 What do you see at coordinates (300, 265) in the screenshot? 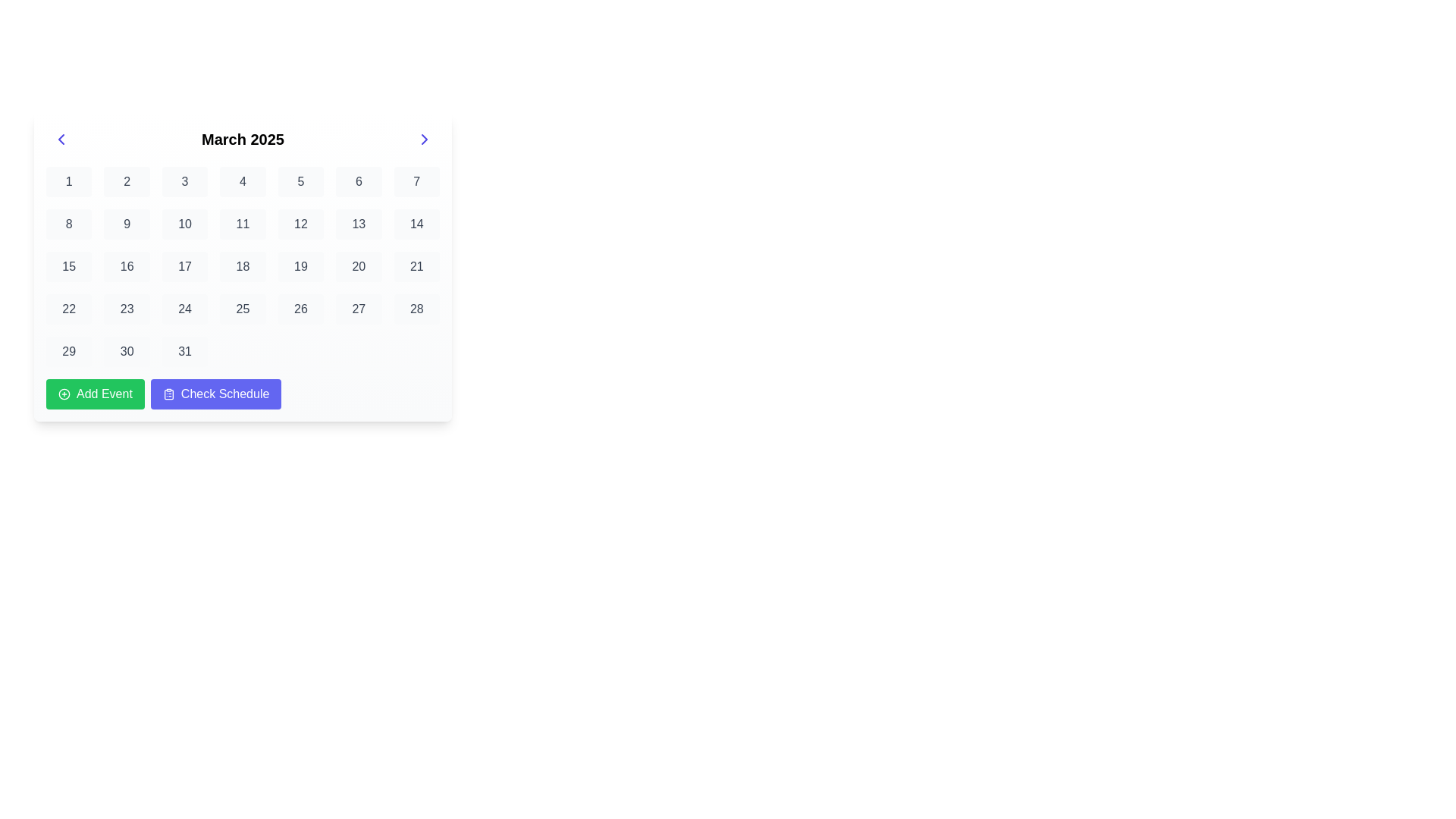
I see `the Calendar day button displaying the number '19'` at bounding box center [300, 265].